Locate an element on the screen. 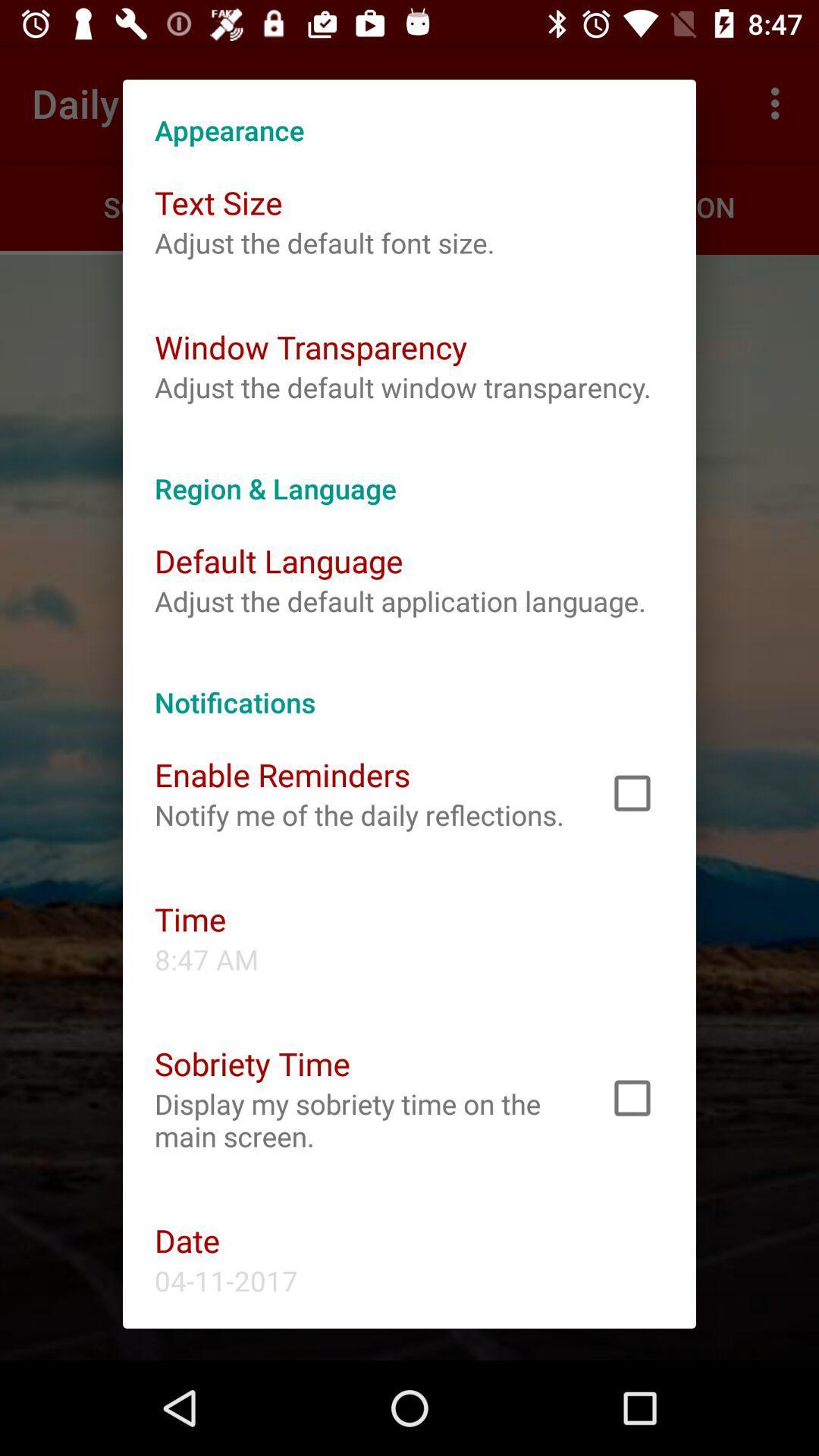 This screenshot has height=1456, width=819. the display my sobriety is located at coordinates (362, 1120).